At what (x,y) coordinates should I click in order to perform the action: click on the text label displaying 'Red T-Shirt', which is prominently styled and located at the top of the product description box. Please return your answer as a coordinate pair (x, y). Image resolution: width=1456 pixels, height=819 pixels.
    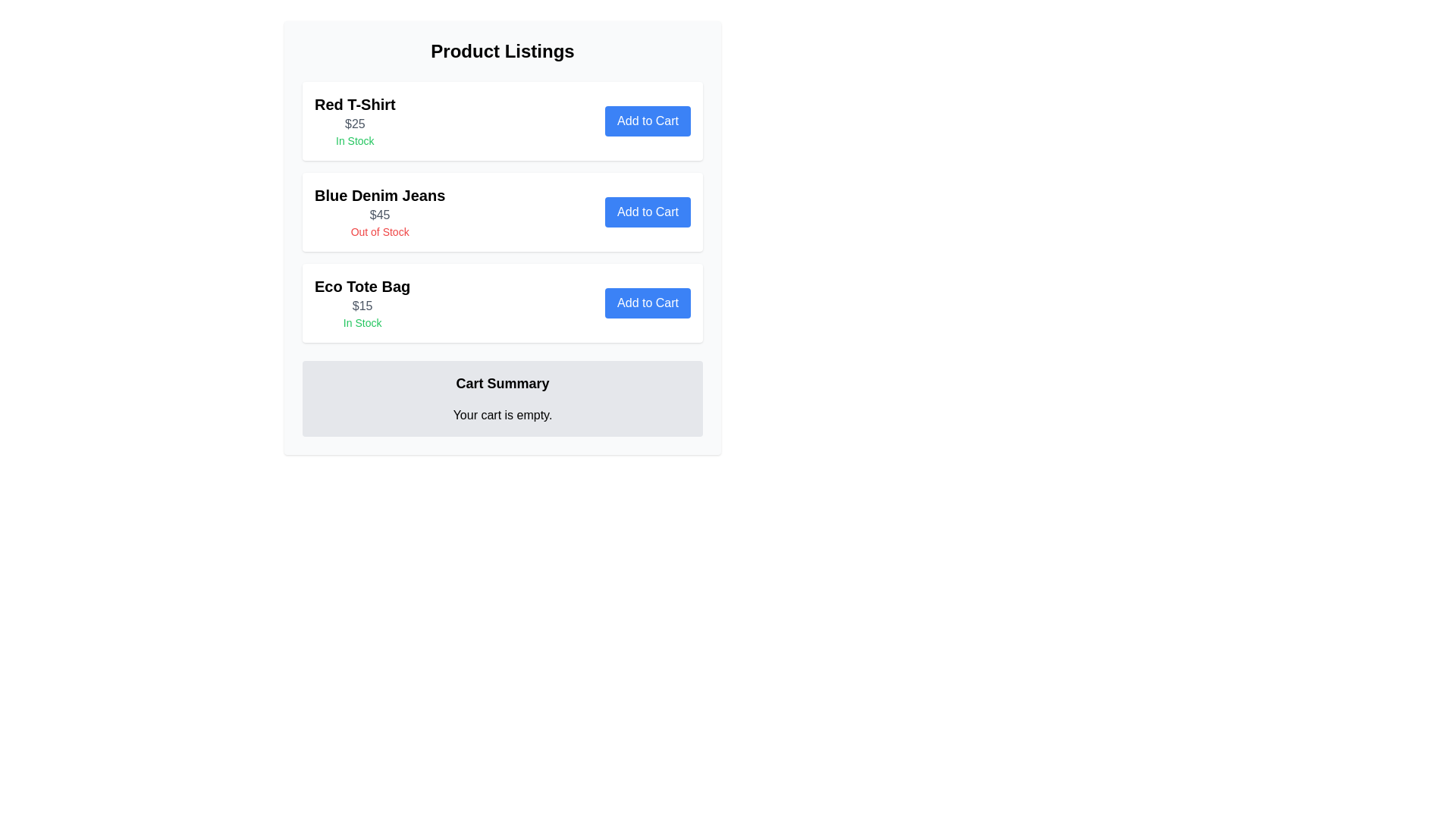
    Looking at the image, I should click on (354, 104).